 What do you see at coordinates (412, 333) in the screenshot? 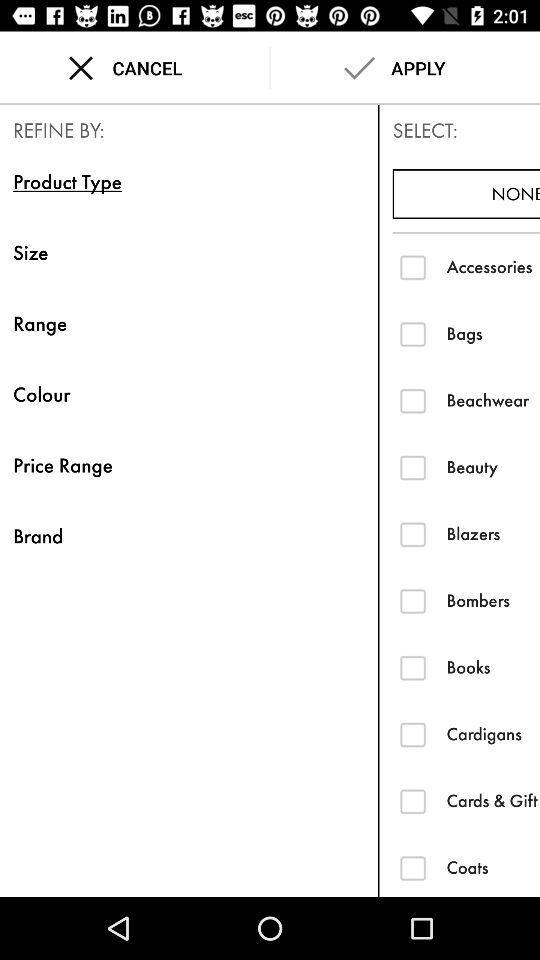
I see `check box option` at bounding box center [412, 333].